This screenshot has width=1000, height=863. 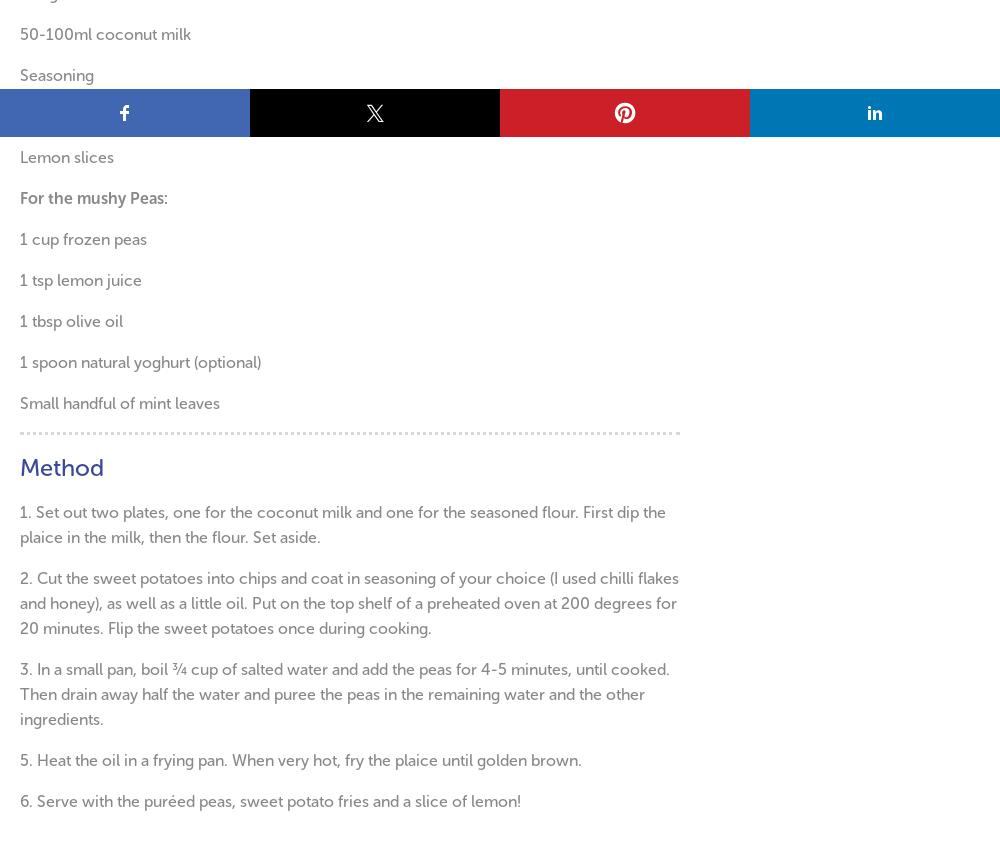 What do you see at coordinates (90, 402) in the screenshot?
I see `'handful'` at bounding box center [90, 402].